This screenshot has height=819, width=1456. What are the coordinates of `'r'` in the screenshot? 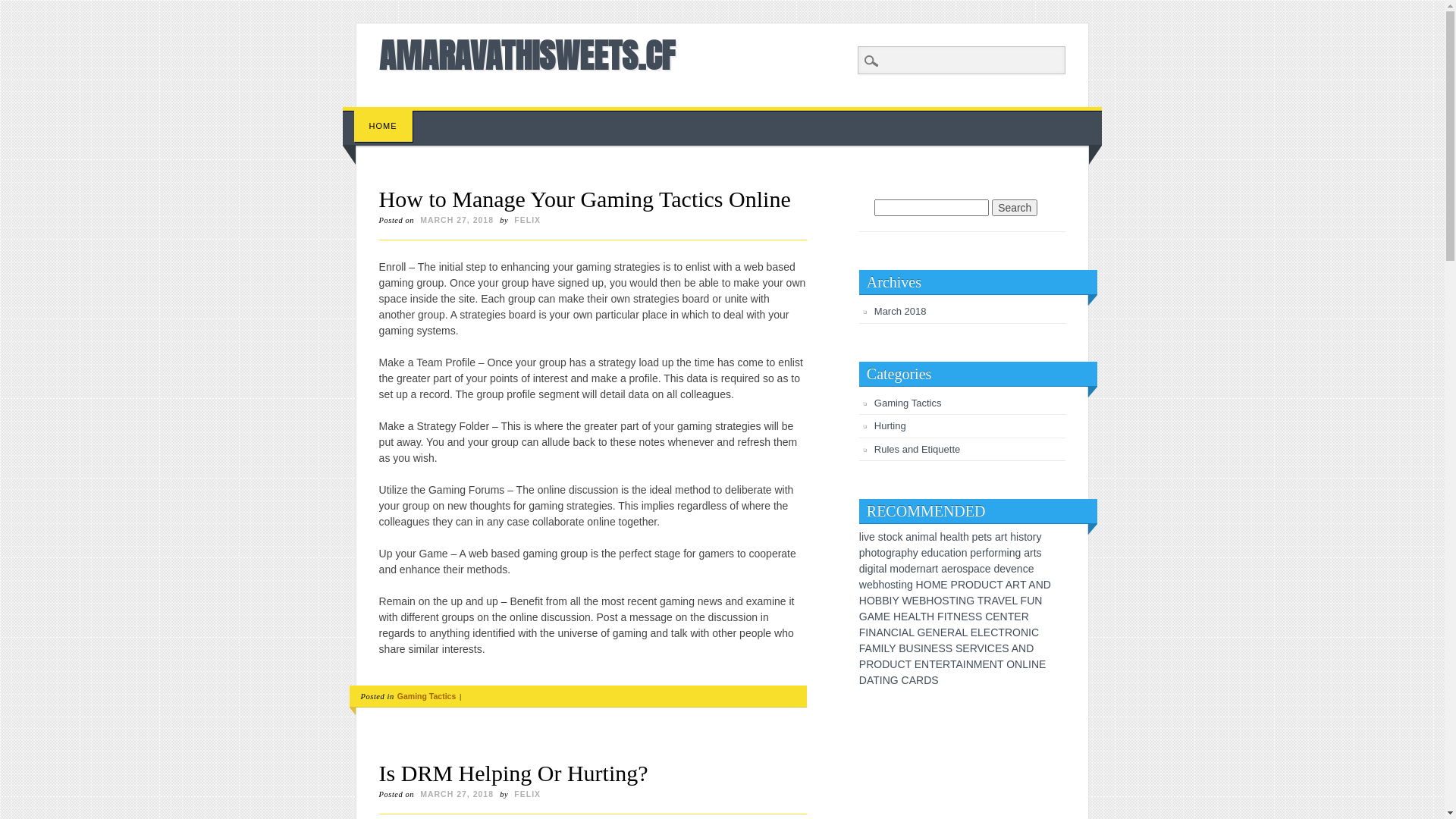 It's located at (933, 568).